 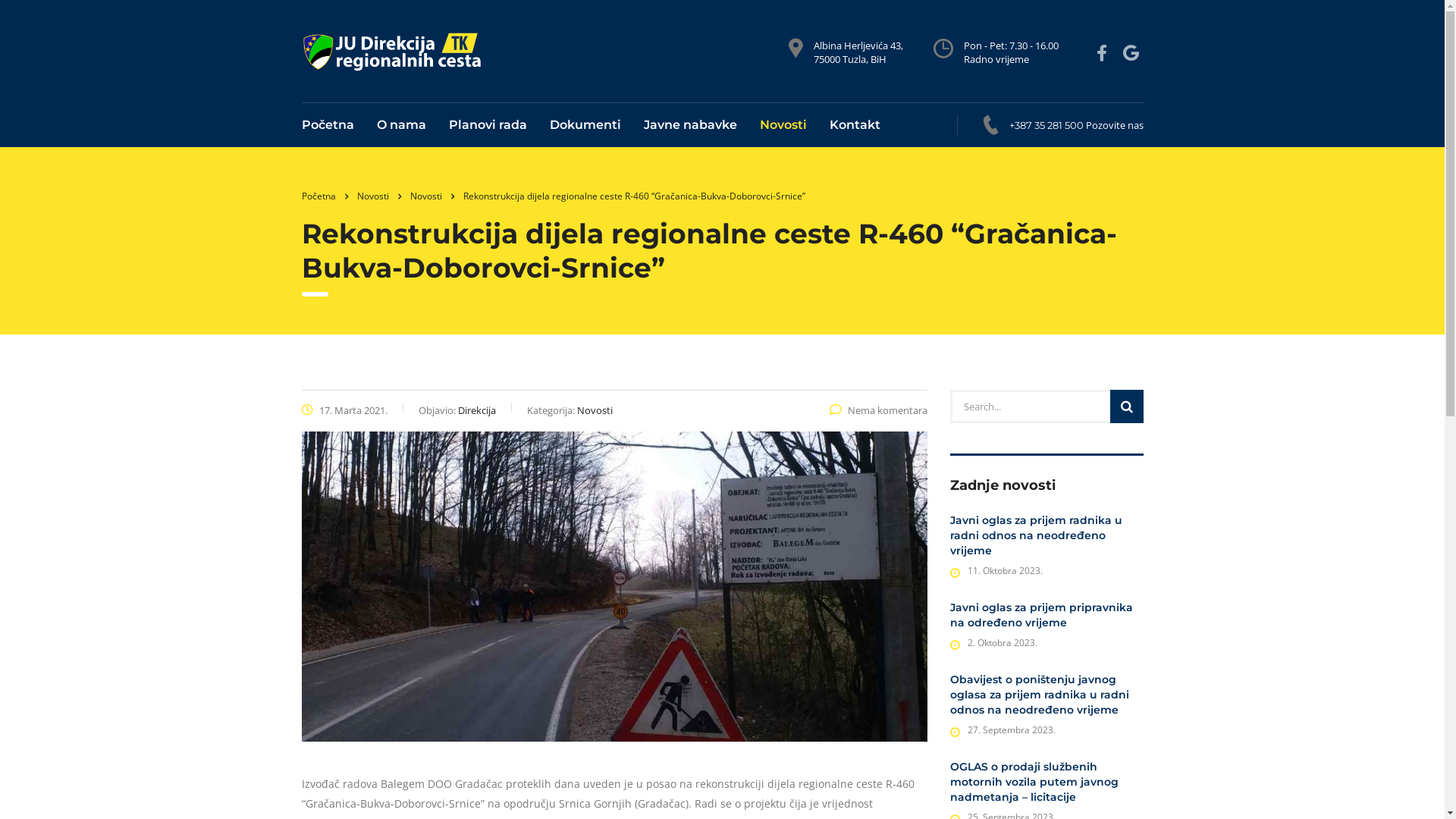 What do you see at coordinates (1103, 52) in the screenshot?
I see `' '` at bounding box center [1103, 52].